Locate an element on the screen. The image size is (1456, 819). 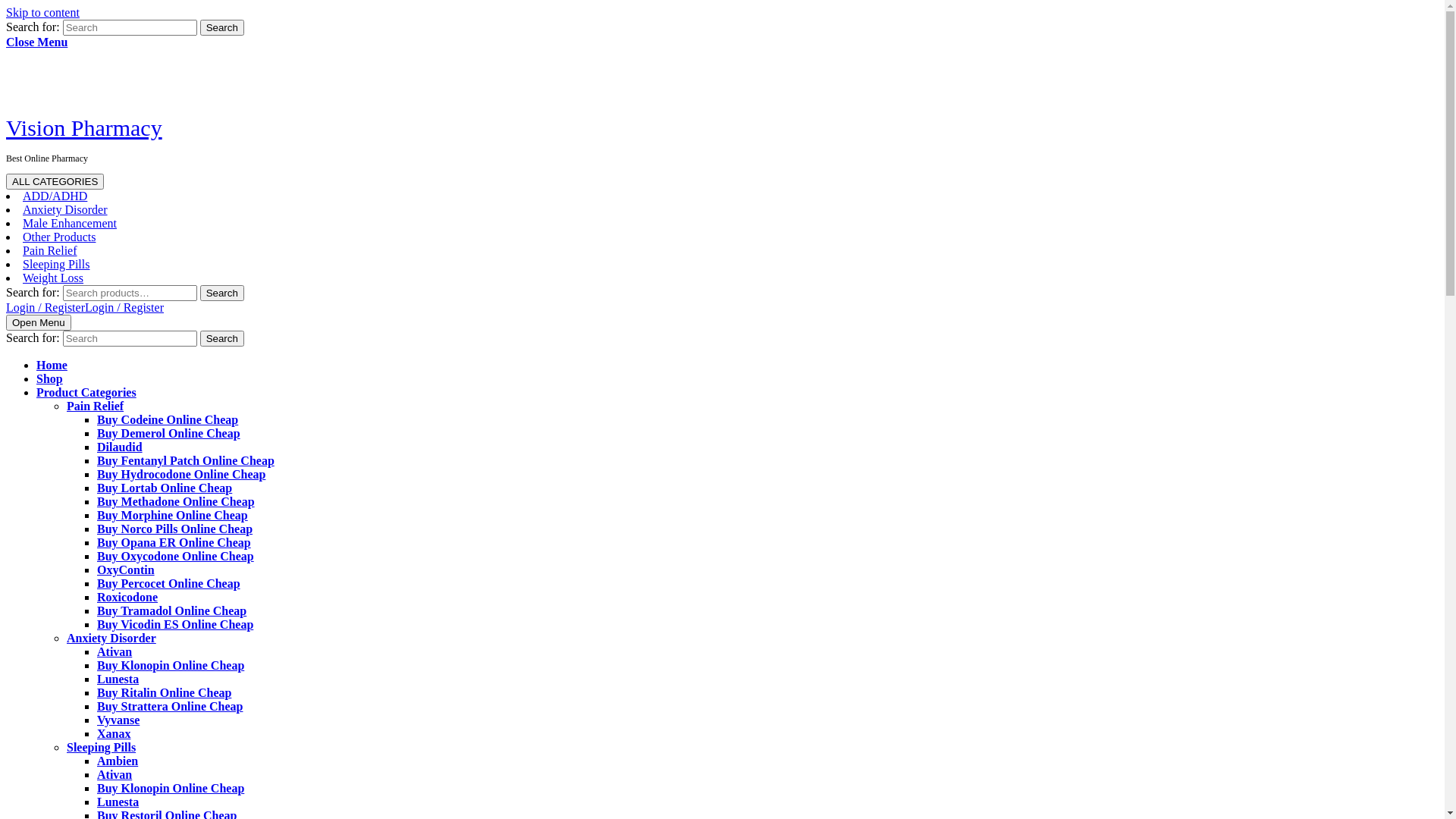
'Buy Hydrocodone Online Cheap' is located at coordinates (96, 473).